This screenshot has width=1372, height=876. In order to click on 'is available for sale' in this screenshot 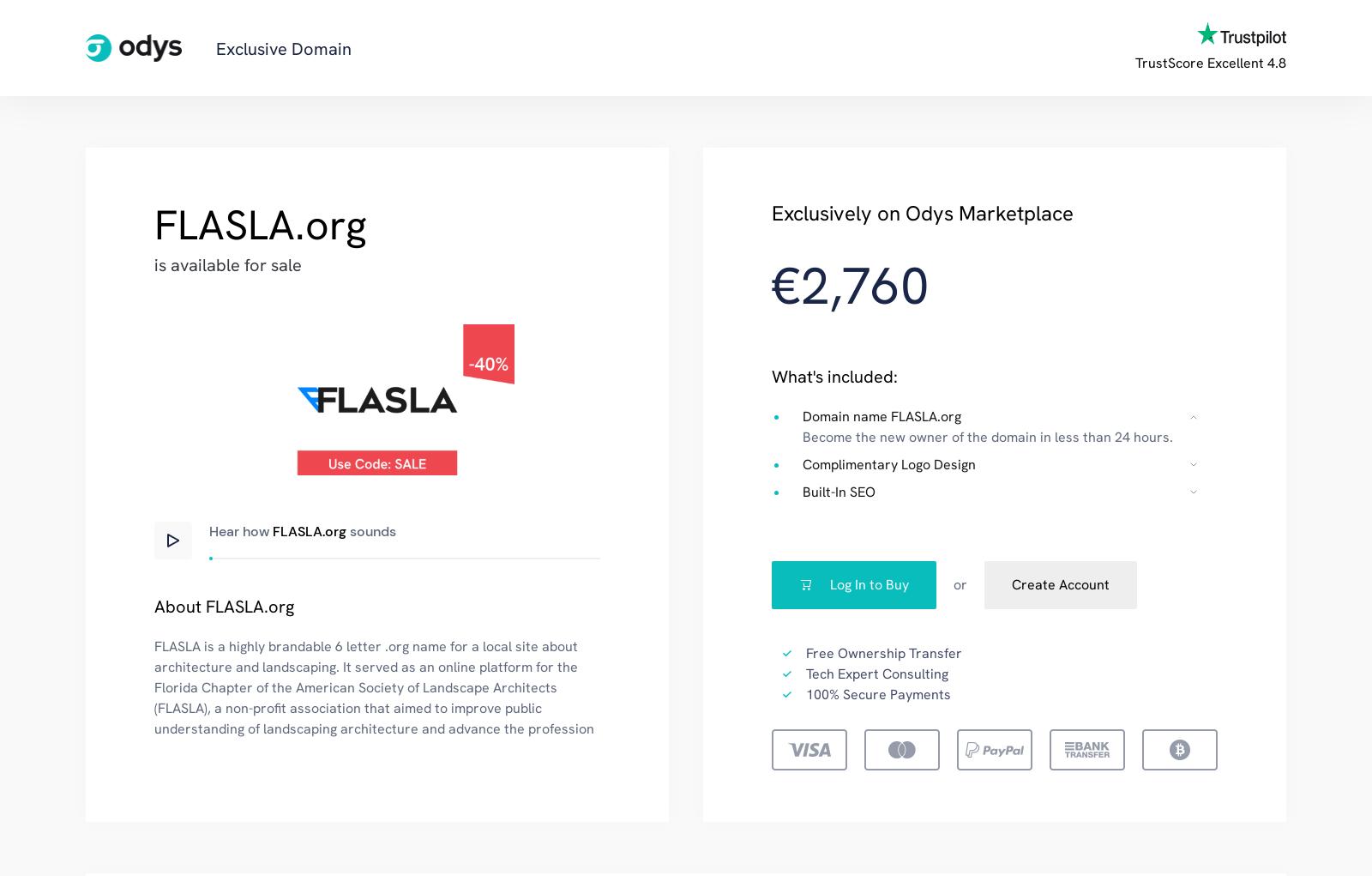, I will do `click(228, 264)`.